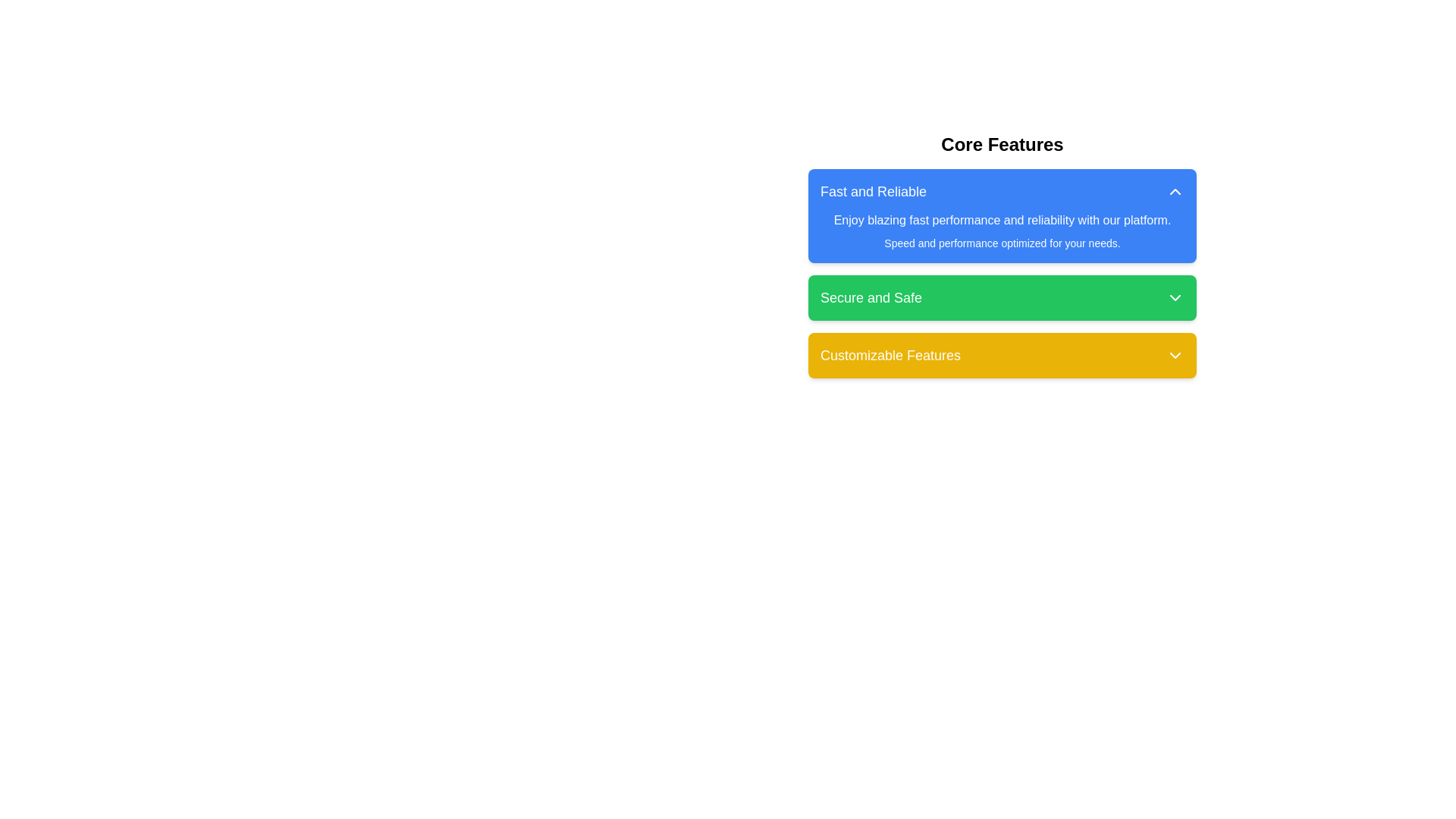  I want to click on the text element that describes the benefits of speed and performance, located below the 'Enjoy blazing fast performance and reliability with our platform.' text in the 'Fast and Reliable' section, so click(1002, 242).